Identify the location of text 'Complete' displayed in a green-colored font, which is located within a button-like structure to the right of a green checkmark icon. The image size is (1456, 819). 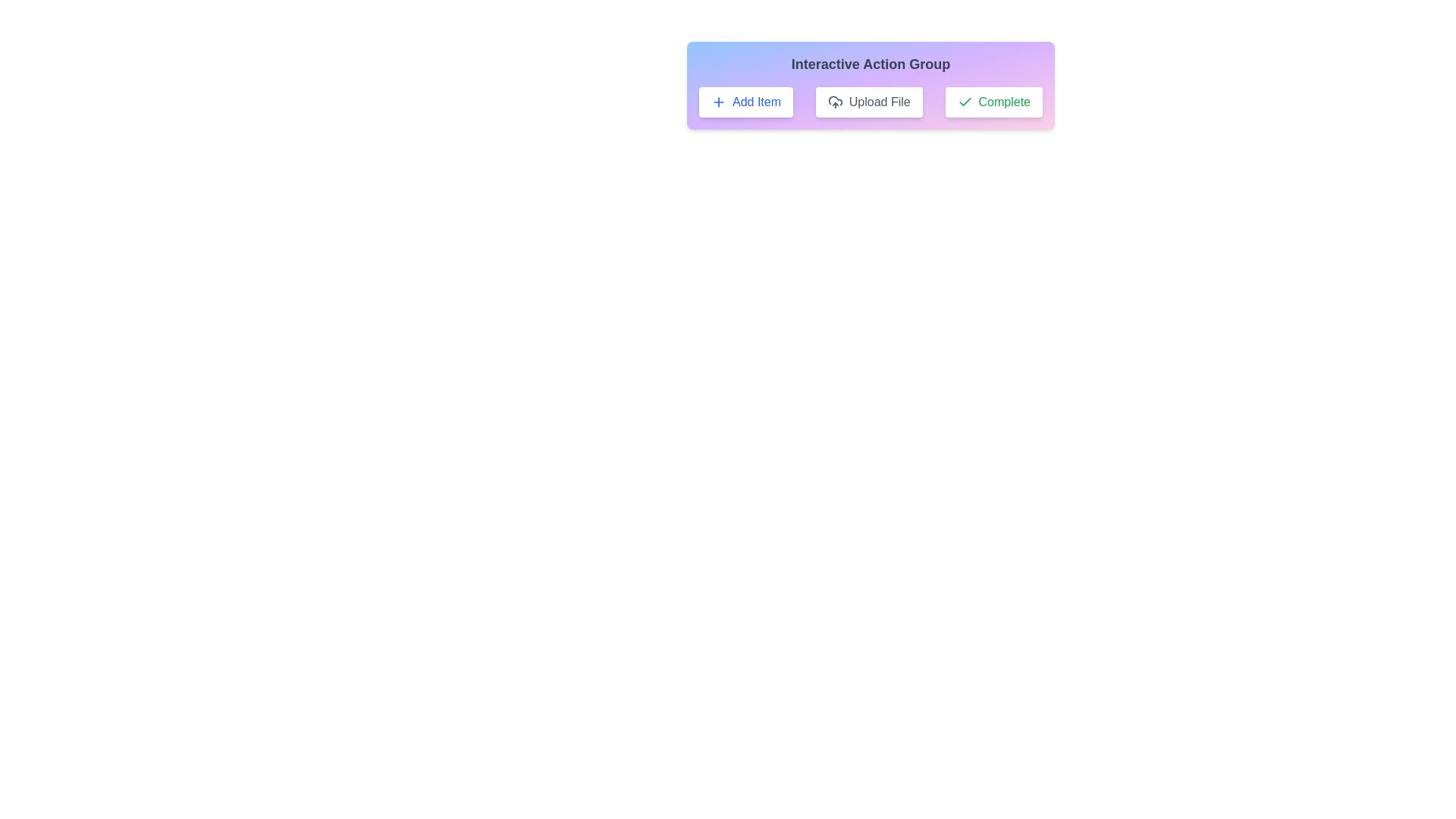
(1004, 102).